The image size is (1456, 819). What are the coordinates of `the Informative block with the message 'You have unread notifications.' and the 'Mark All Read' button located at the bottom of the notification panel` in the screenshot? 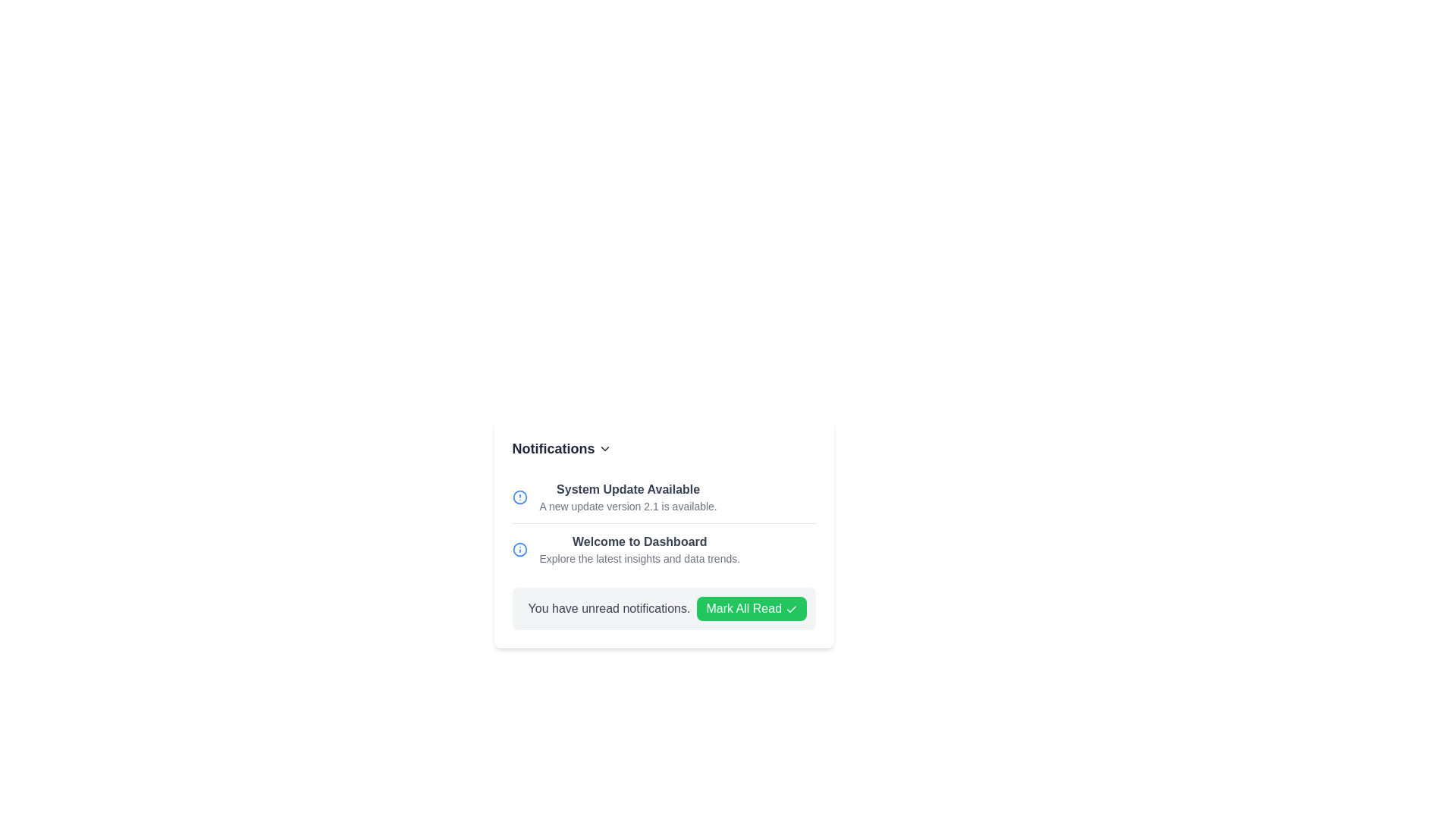 It's located at (664, 607).